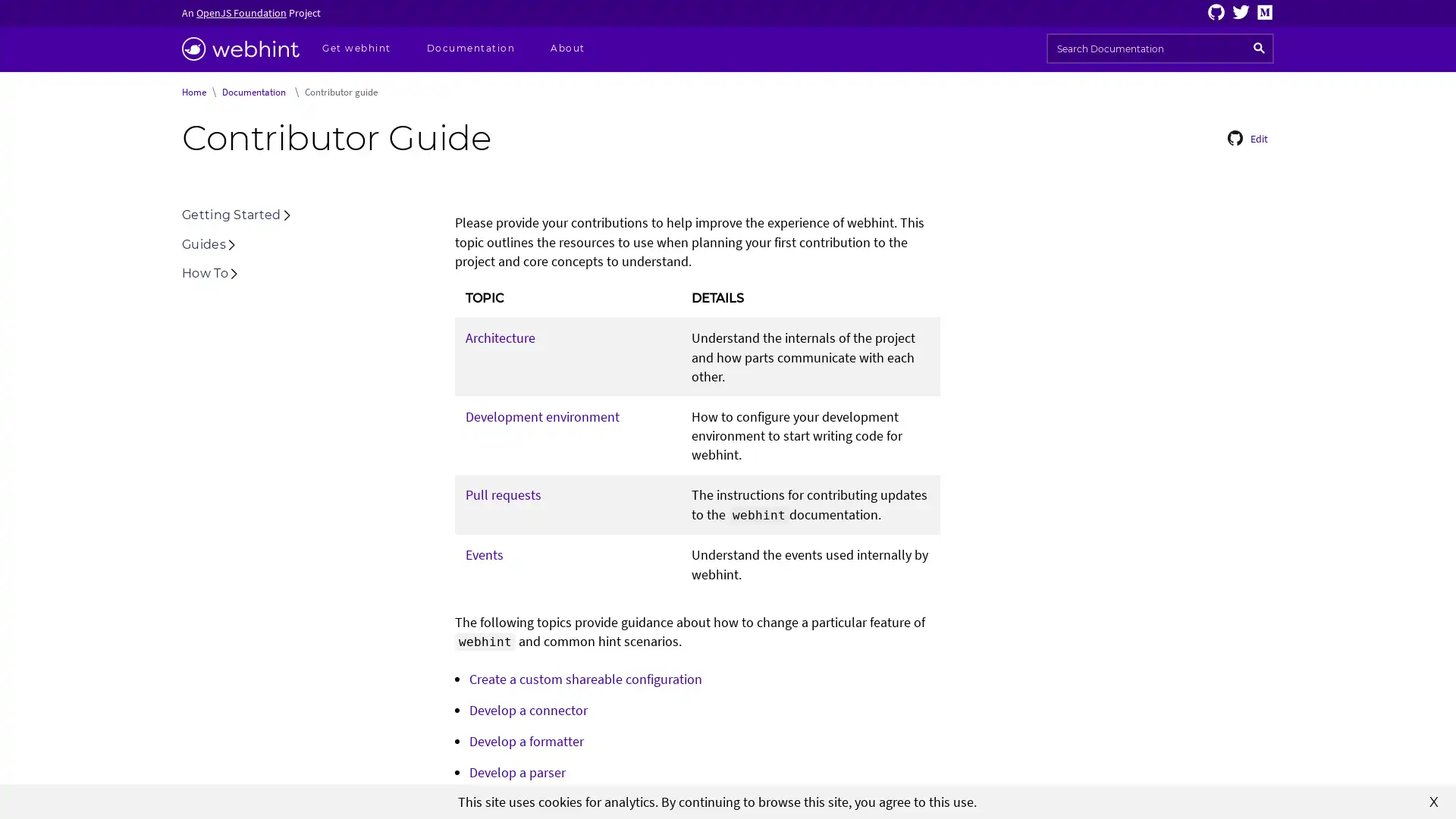 The image size is (1456, 819). I want to click on close, so click(1433, 800).